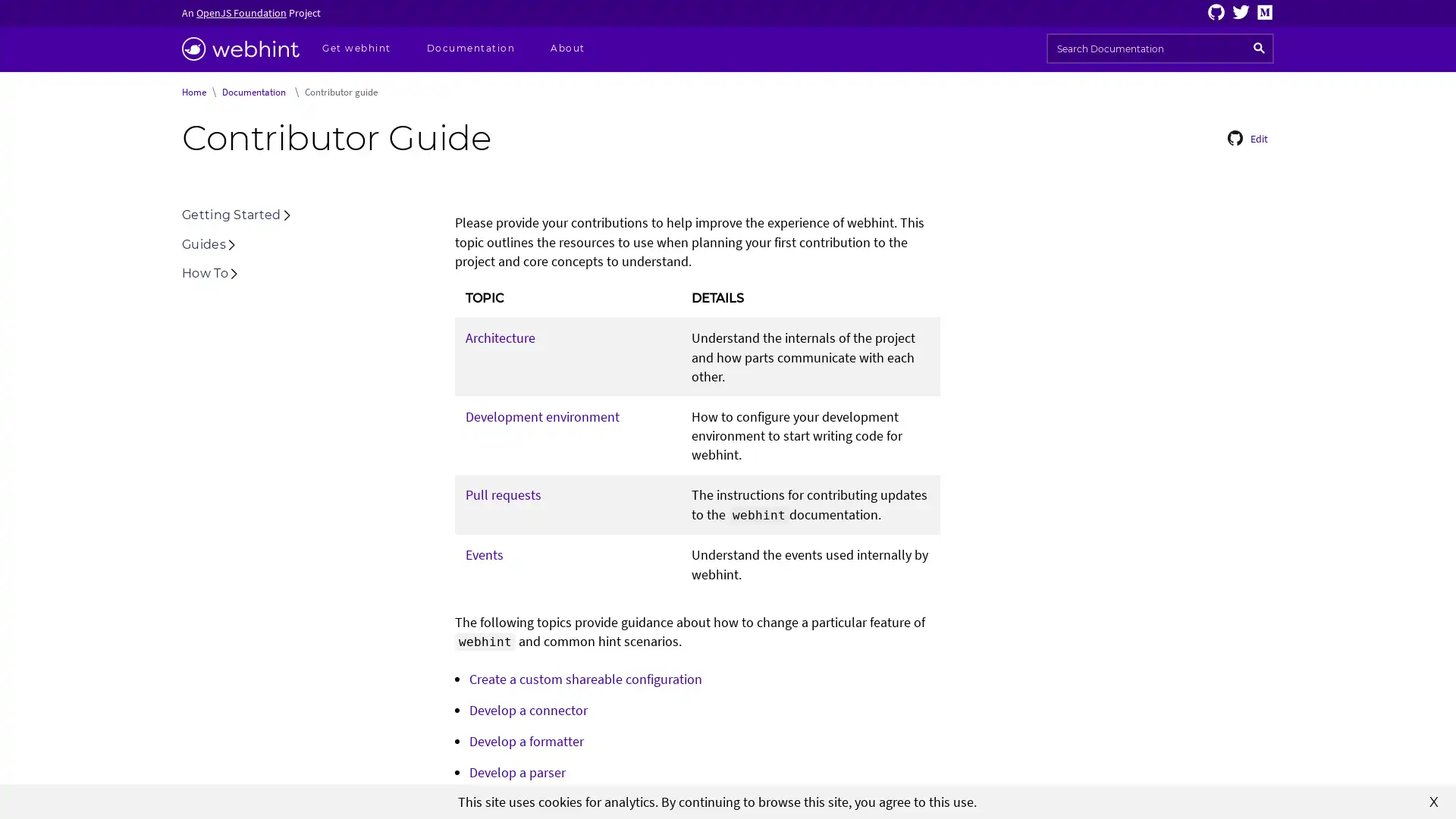 The image size is (1456, 819). I want to click on close, so click(1433, 800).